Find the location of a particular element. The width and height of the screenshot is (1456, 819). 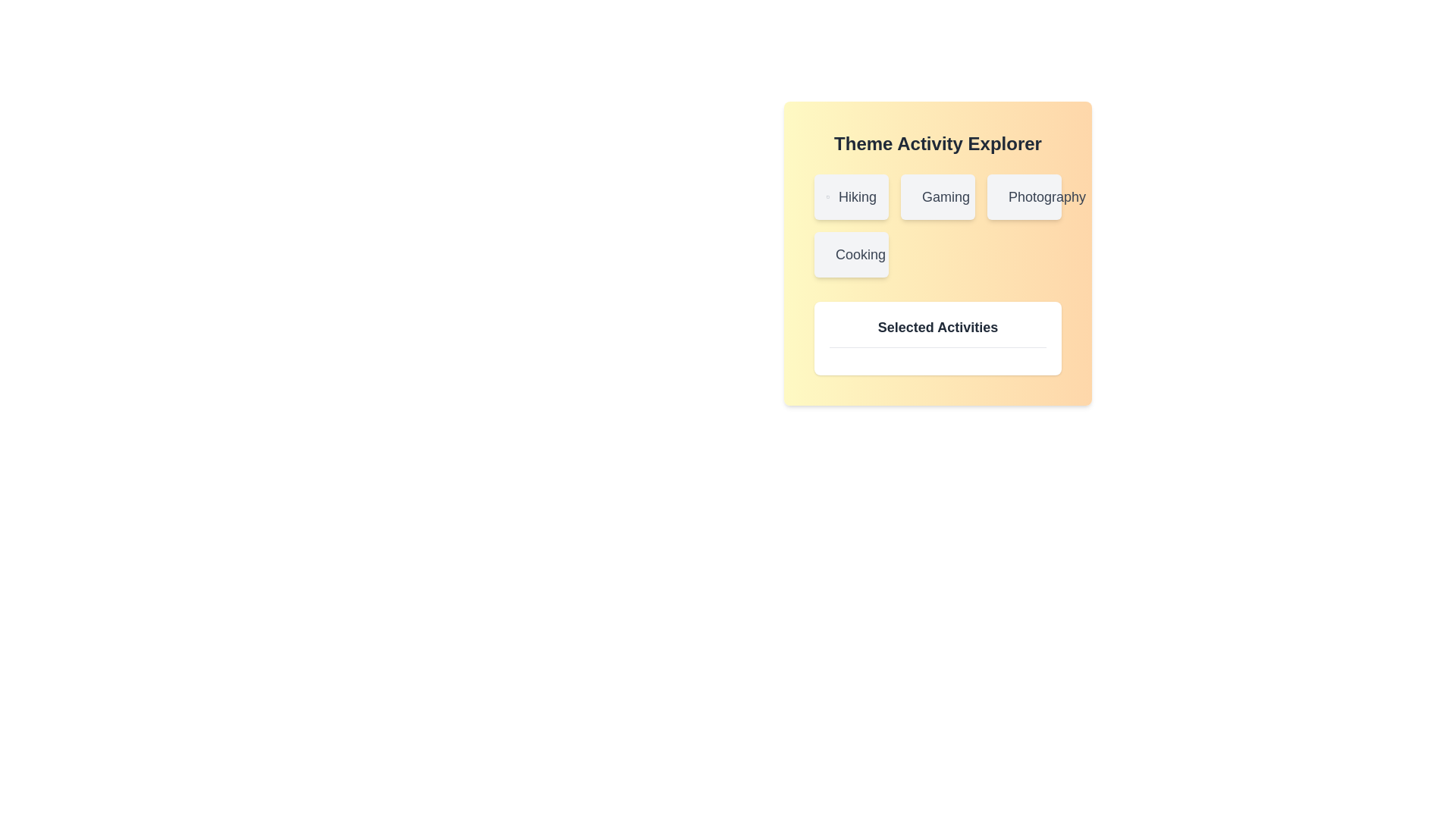

the small square-shaped icon within the 'Photography' button, which has rounded corners and a minimalistic appearance is located at coordinates (1008, 196).